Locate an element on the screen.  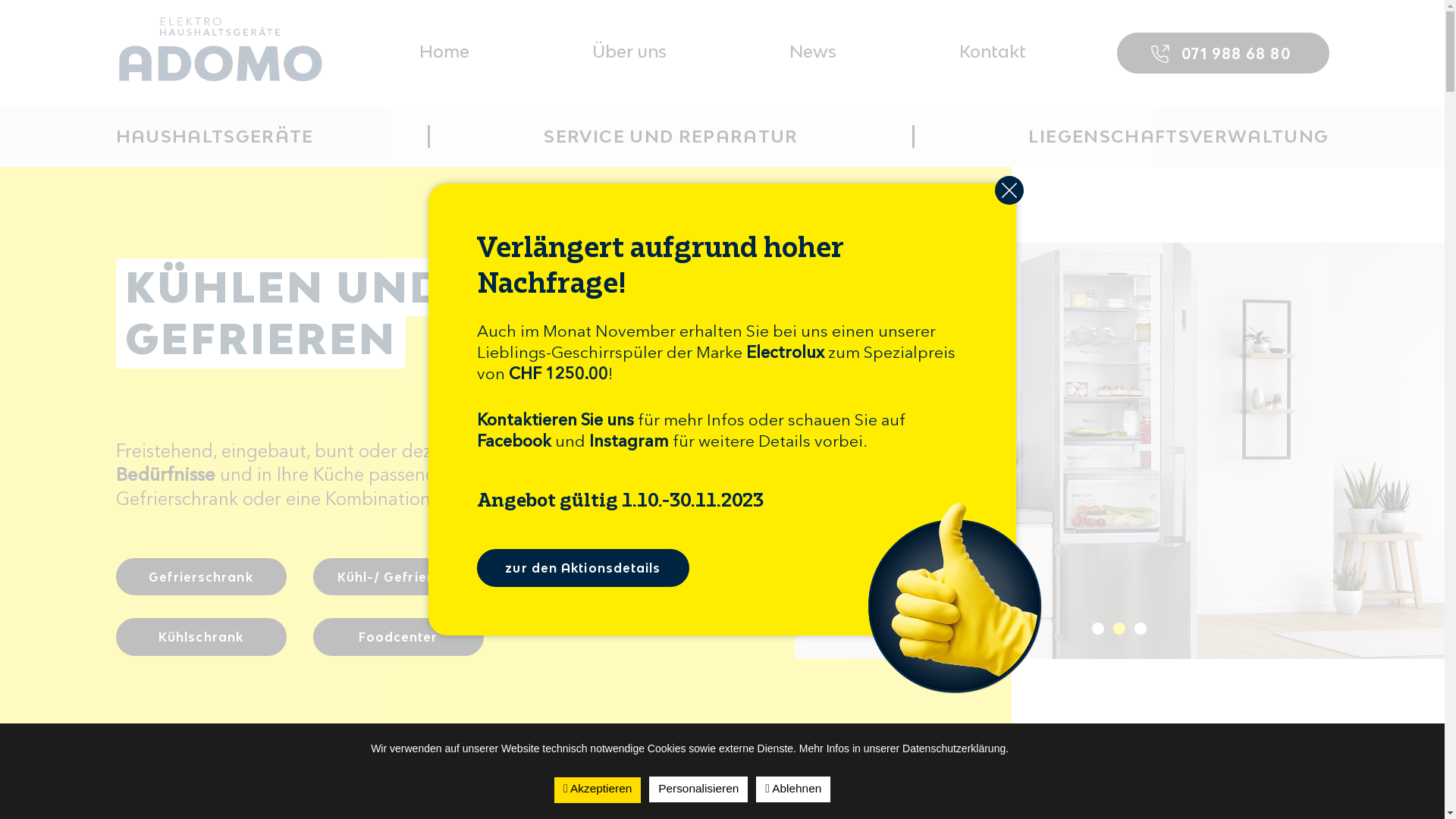
'Kontakt' is located at coordinates (992, 51).